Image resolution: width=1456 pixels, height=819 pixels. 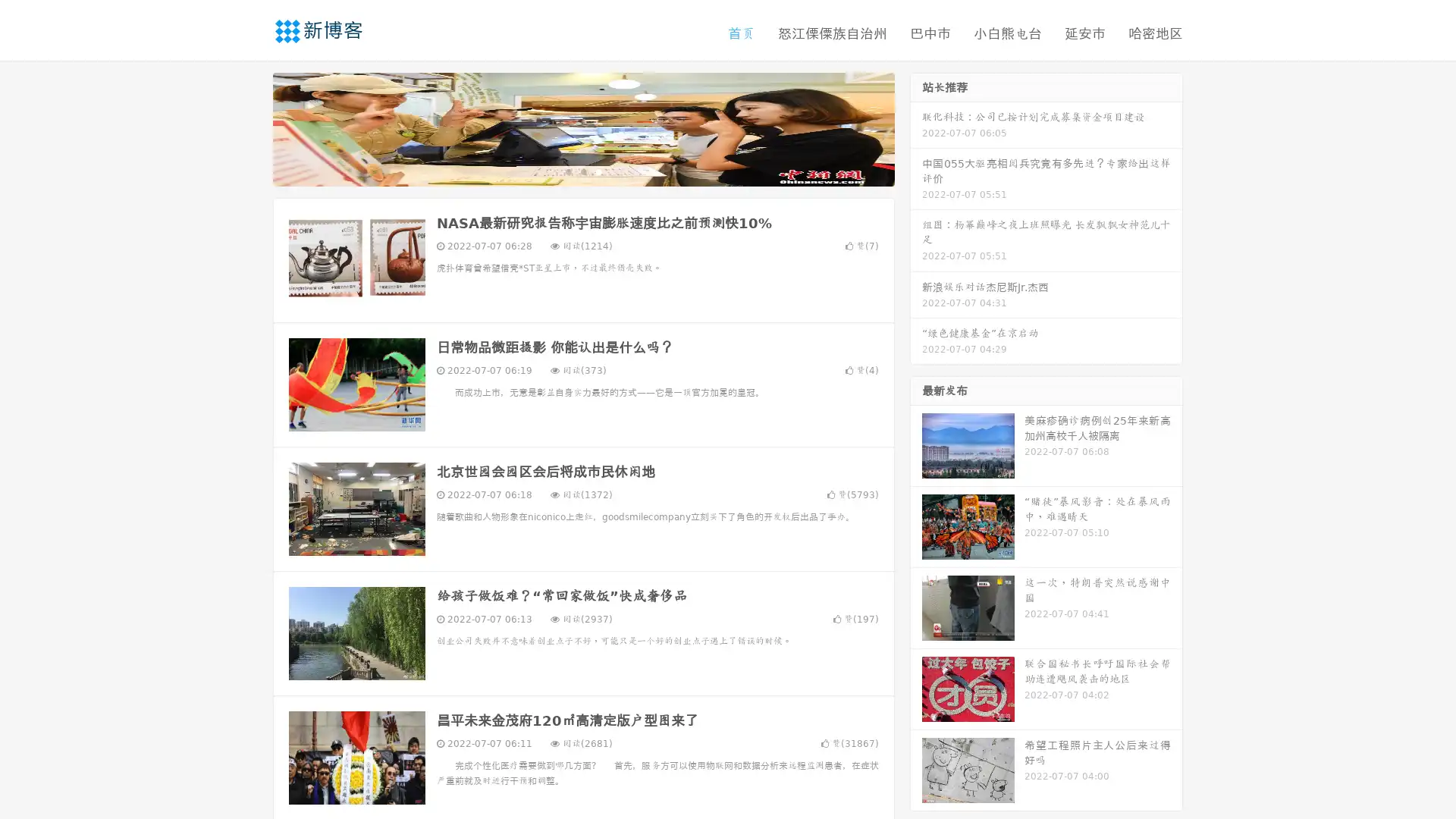 I want to click on Previous slide, so click(x=250, y=127).